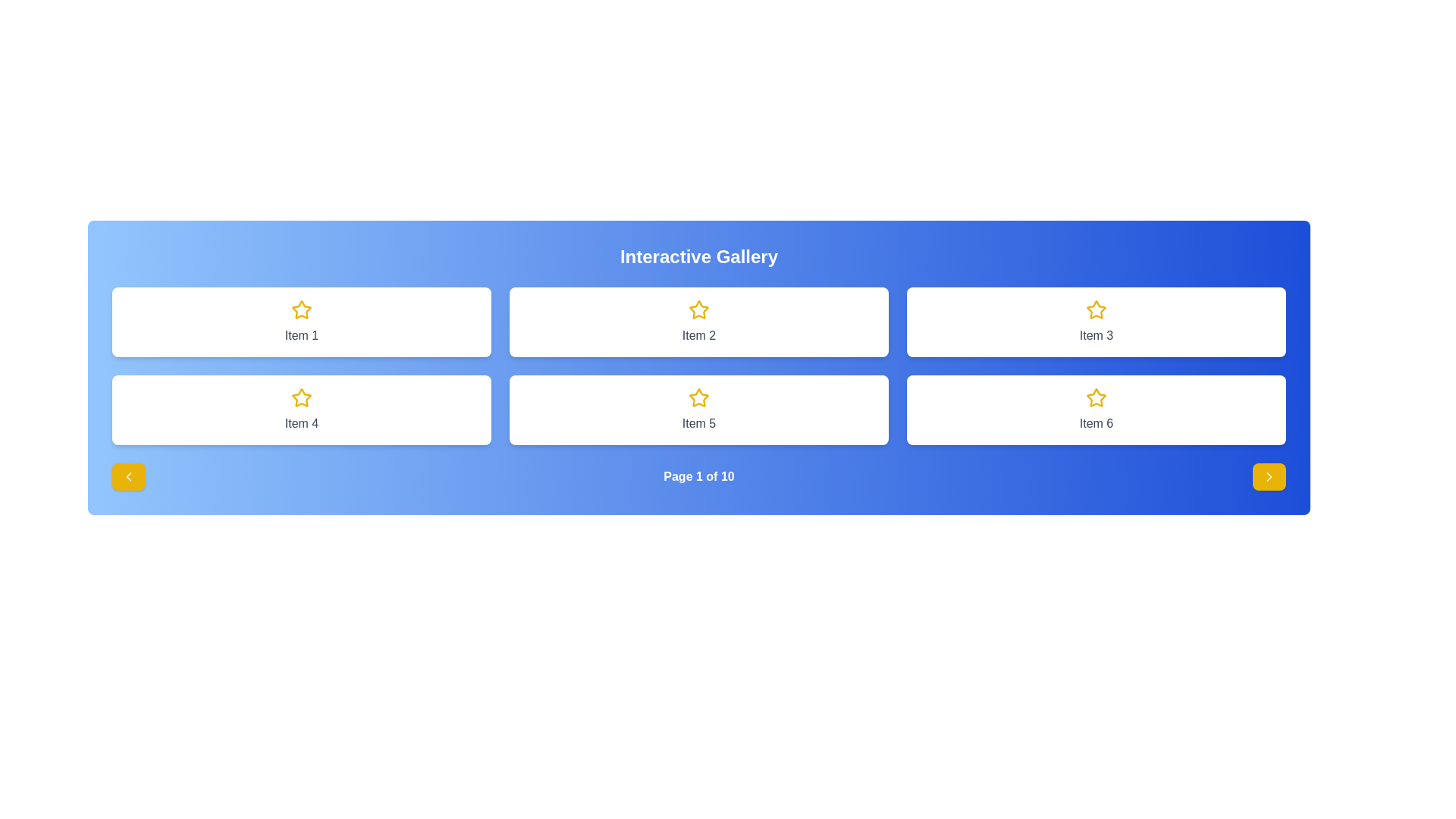 The width and height of the screenshot is (1456, 819). I want to click on the label displaying 'Item 3', which is located below the star icon in the second row, first column of the grid in 'Interactive Gallery', so click(1096, 335).